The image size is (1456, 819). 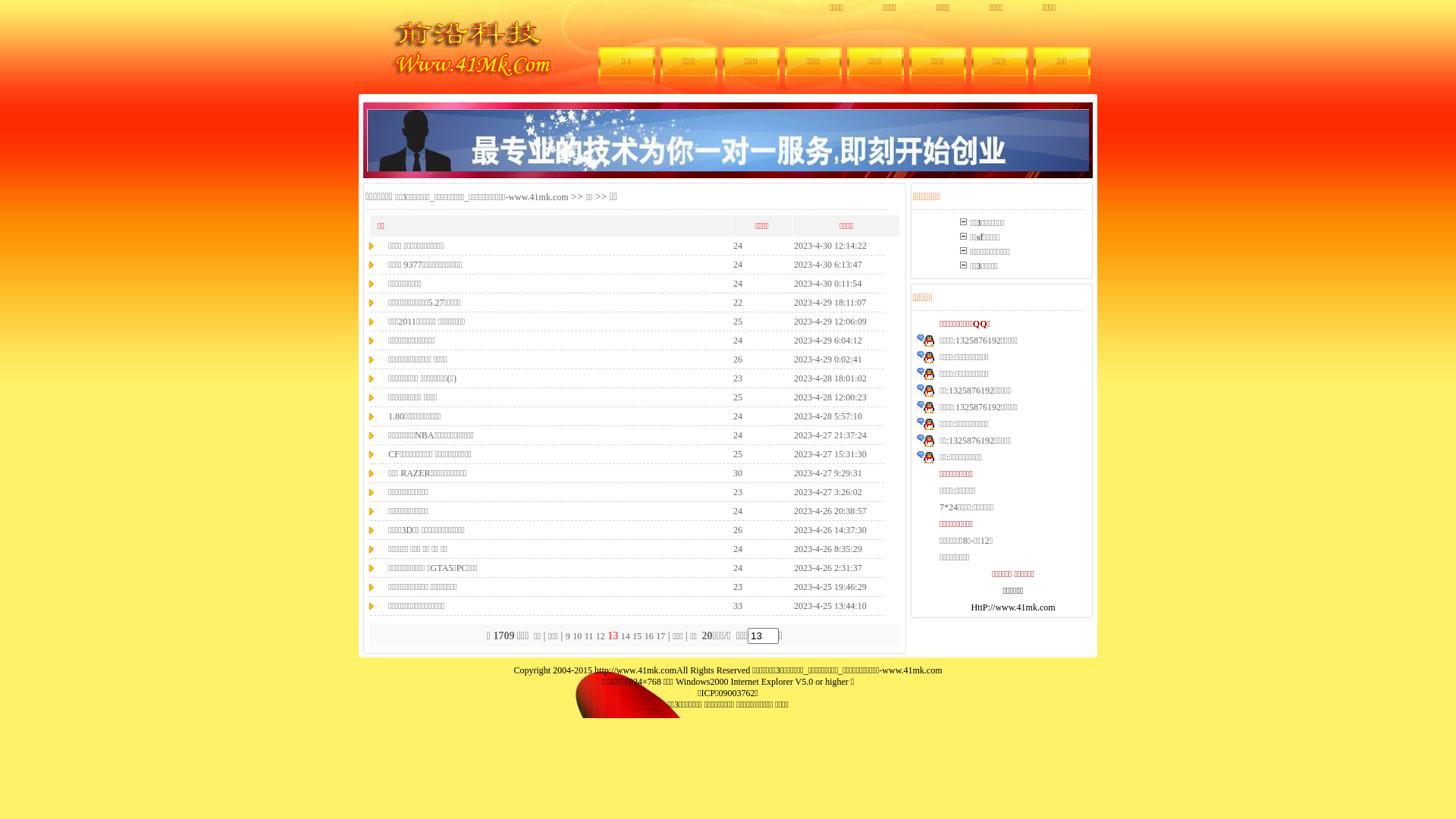 I want to click on '2023-4-30 0:11:54', so click(x=792, y=283).